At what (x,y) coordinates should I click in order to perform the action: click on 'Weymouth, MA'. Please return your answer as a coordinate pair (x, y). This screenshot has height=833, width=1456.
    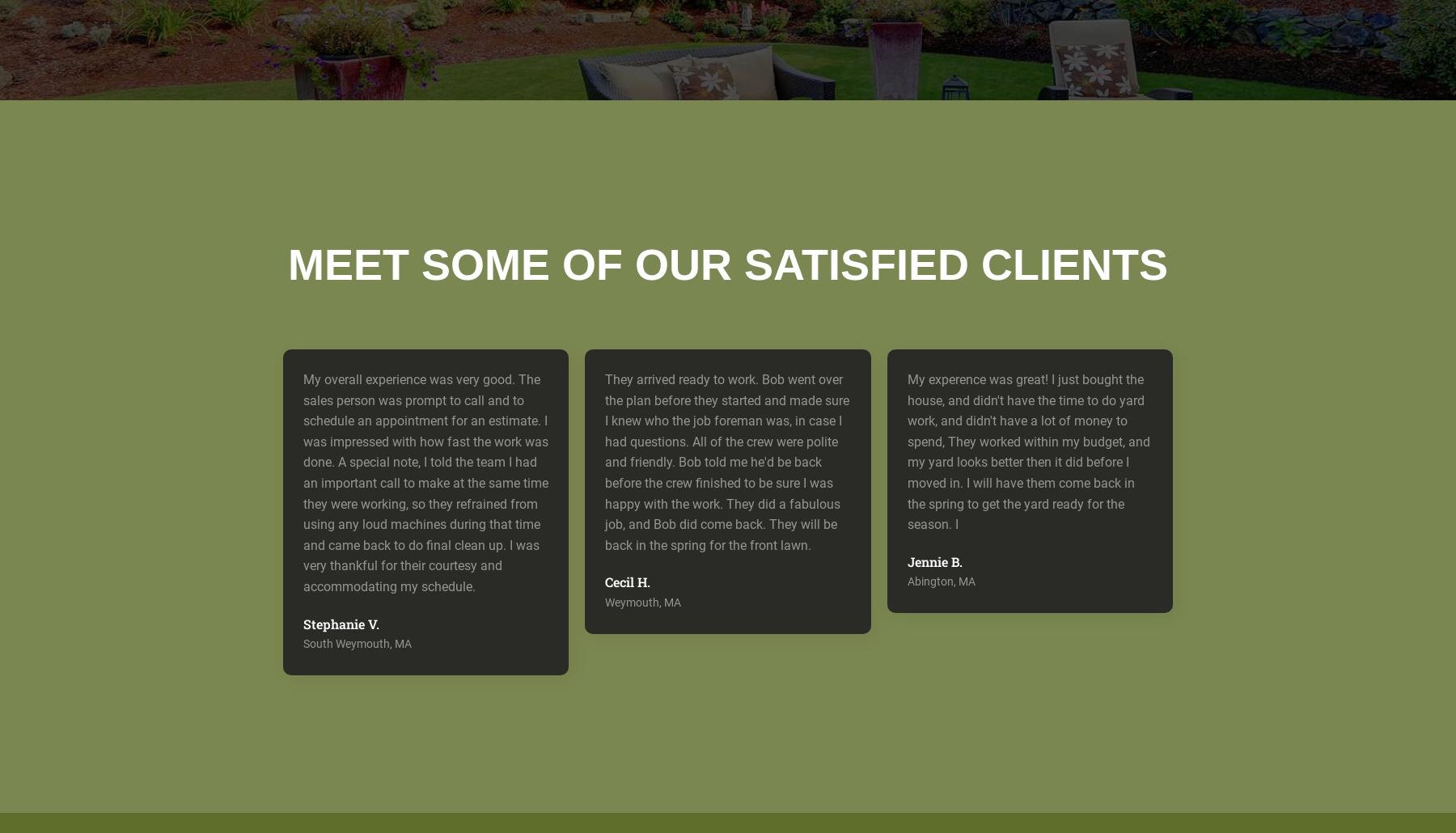
    Looking at the image, I should click on (643, 601).